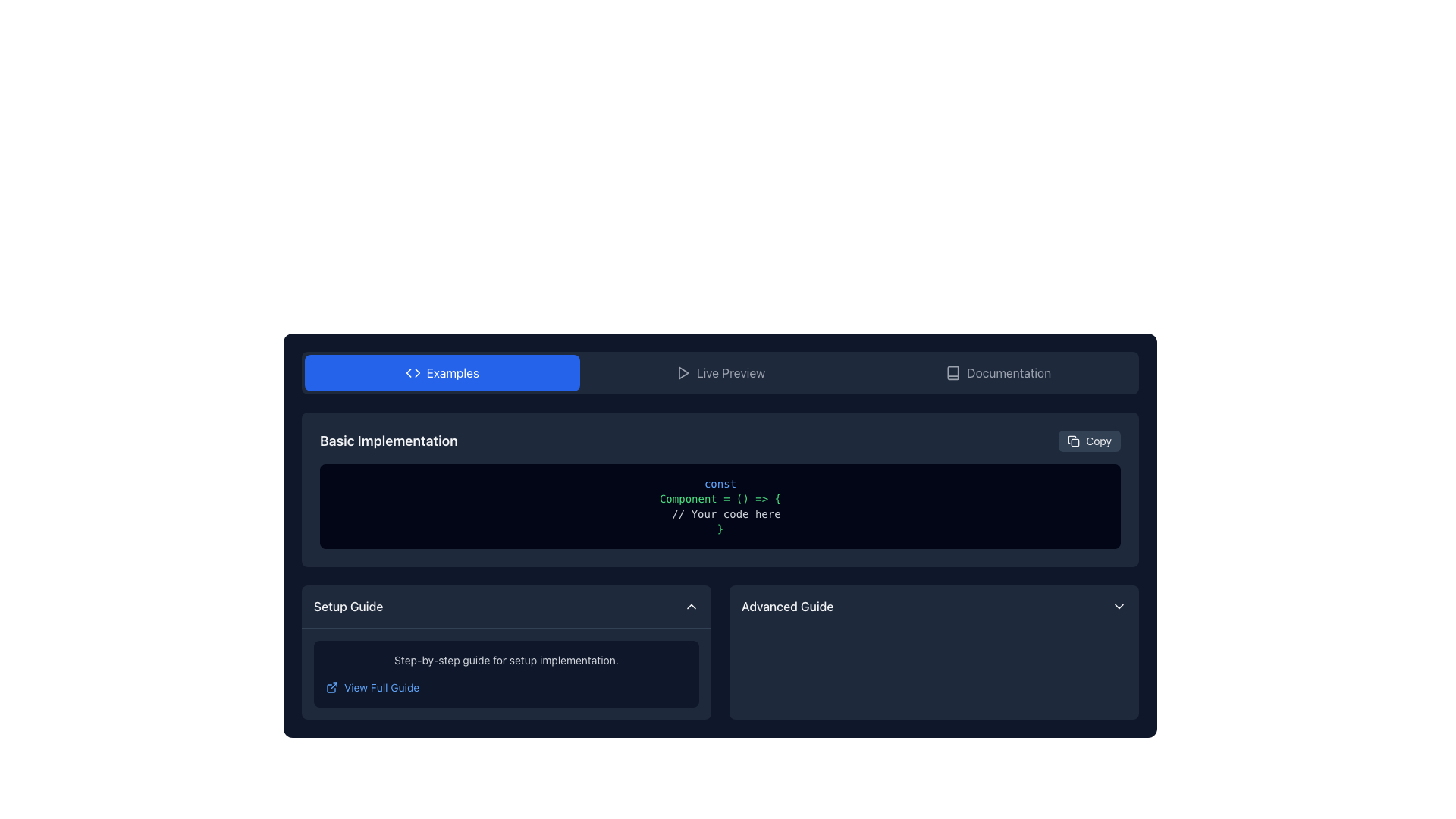 This screenshot has height=819, width=1456. Describe the element at coordinates (372, 687) in the screenshot. I see `the 'View Full Guide' hyperlink styled as a button in blue color located in the 'Setup Guide' panel` at that location.